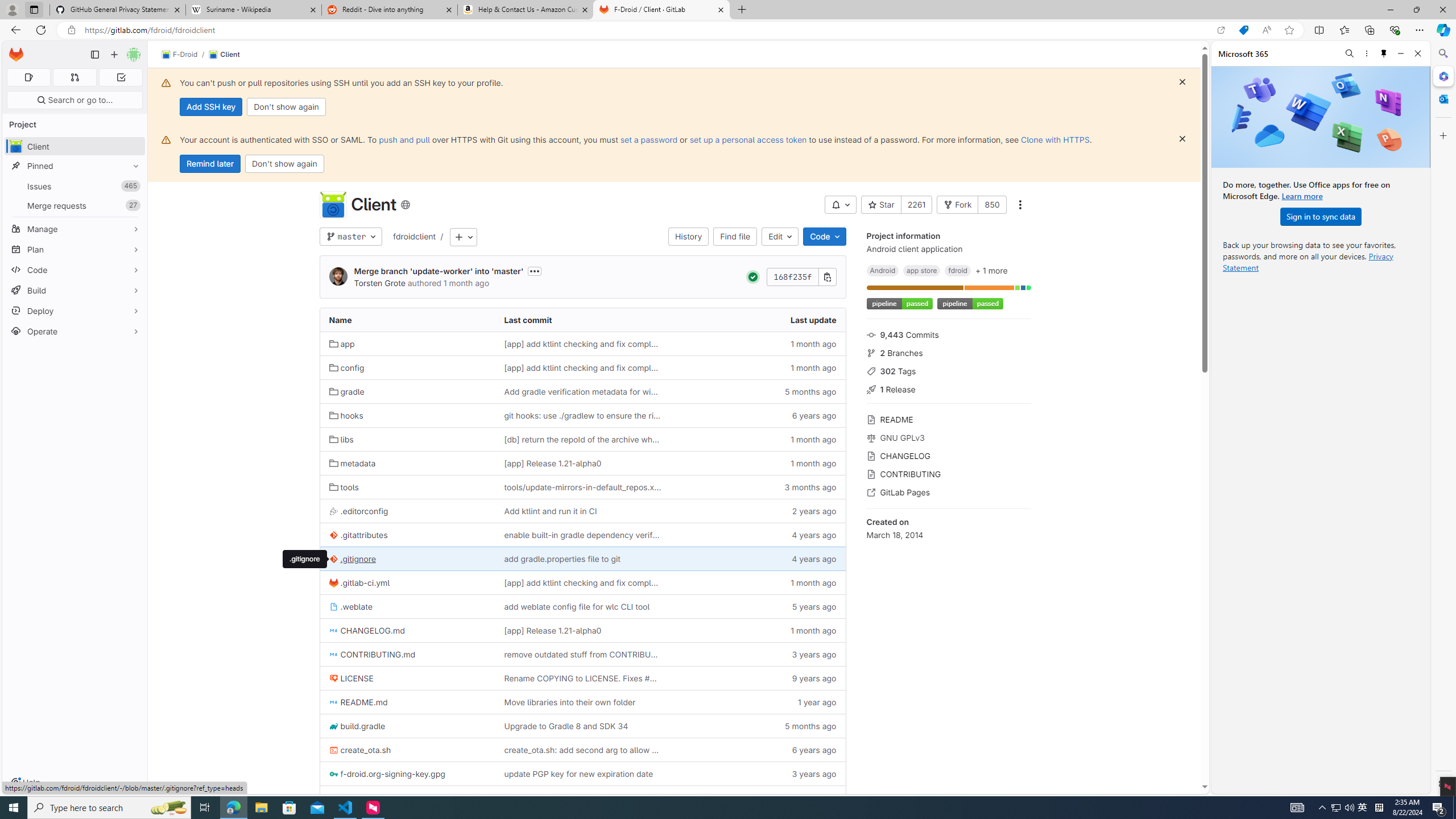  I want to click on 'Add gradle verification metadata for windows', so click(582, 391).